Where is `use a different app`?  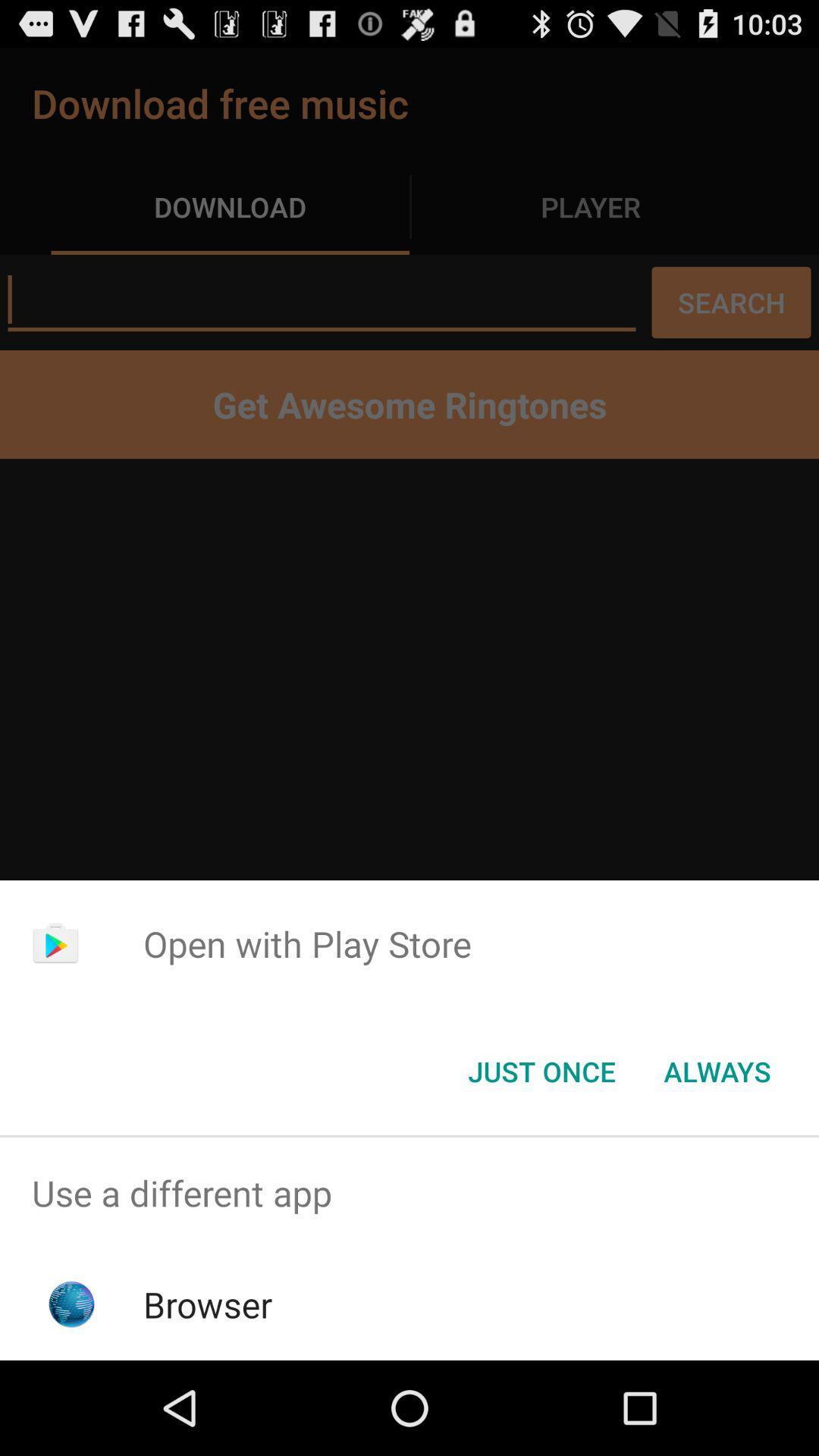 use a different app is located at coordinates (409, 1192).